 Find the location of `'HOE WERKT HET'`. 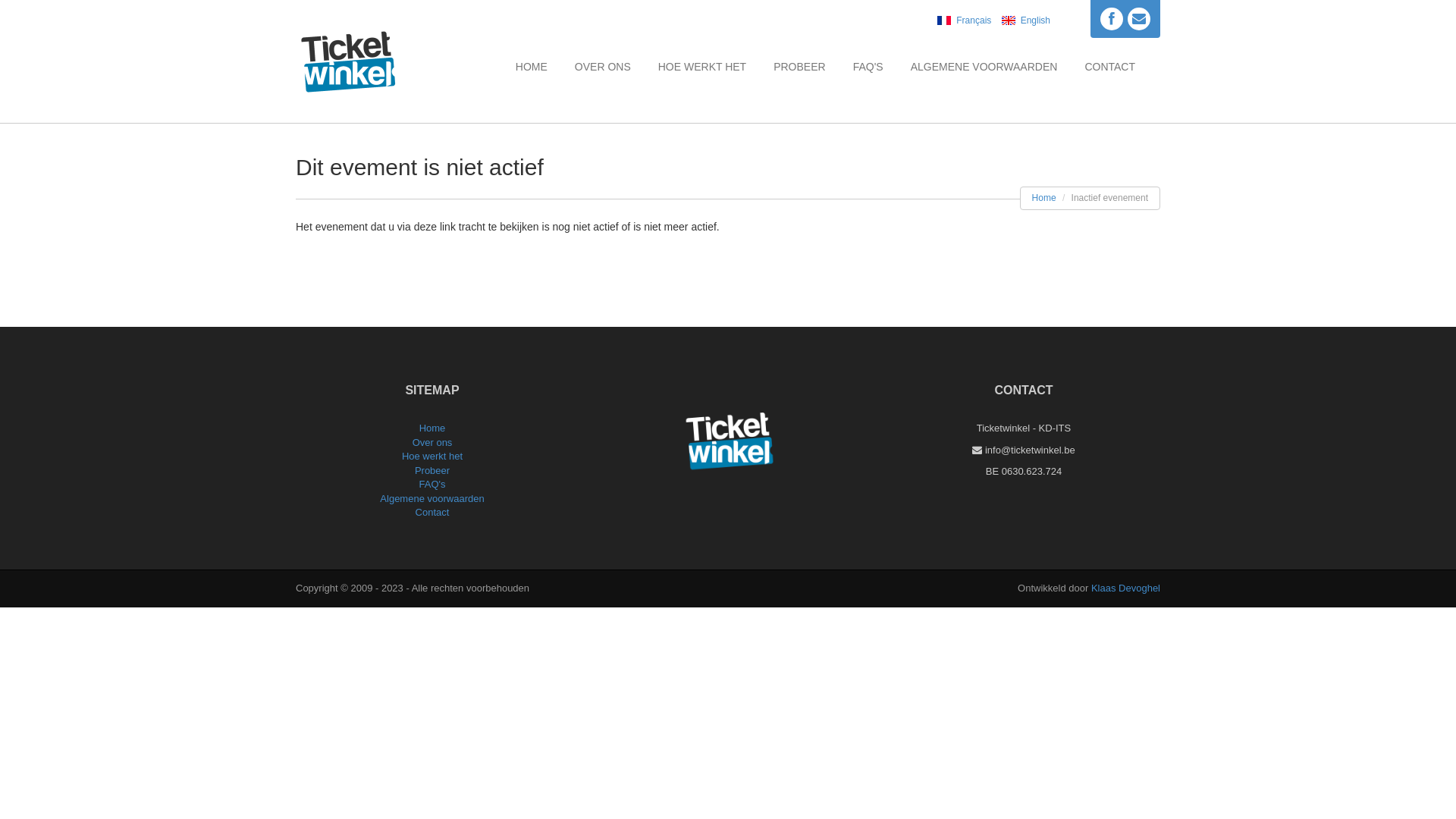

'HOE WERKT HET' is located at coordinates (701, 66).